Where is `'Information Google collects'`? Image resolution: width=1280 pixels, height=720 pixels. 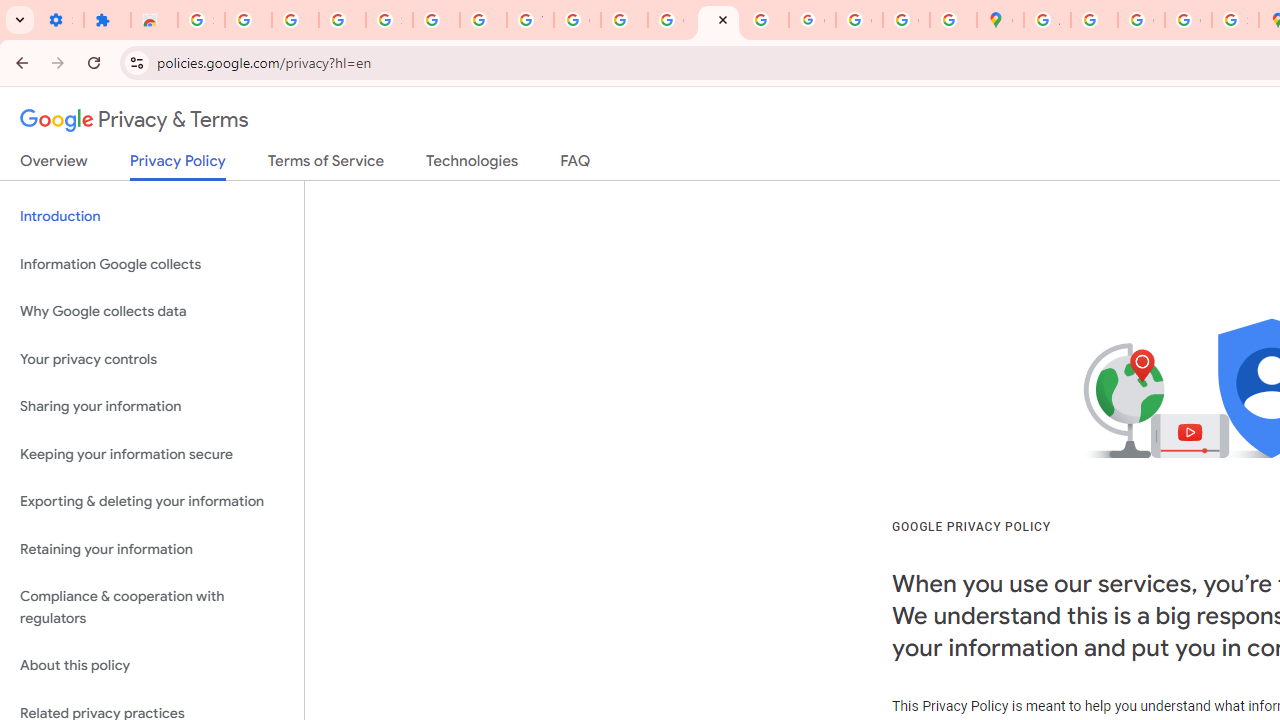
'Information Google collects' is located at coordinates (151, 263).